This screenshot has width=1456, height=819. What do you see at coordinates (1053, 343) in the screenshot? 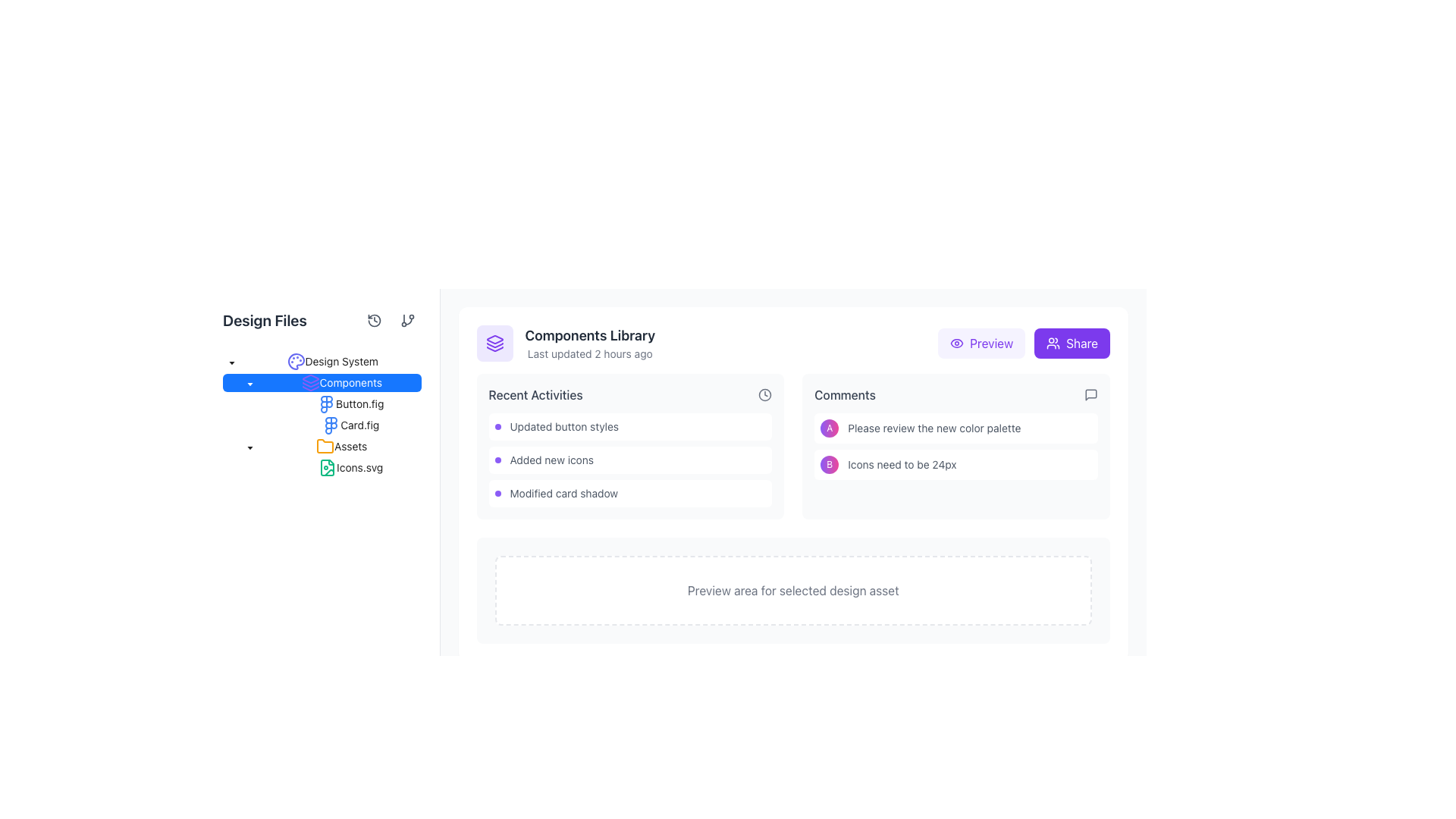
I see `the vector icon resembling two user figures with a purple background, located within the 'Share' button near the top-right of the interface` at bounding box center [1053, 343].